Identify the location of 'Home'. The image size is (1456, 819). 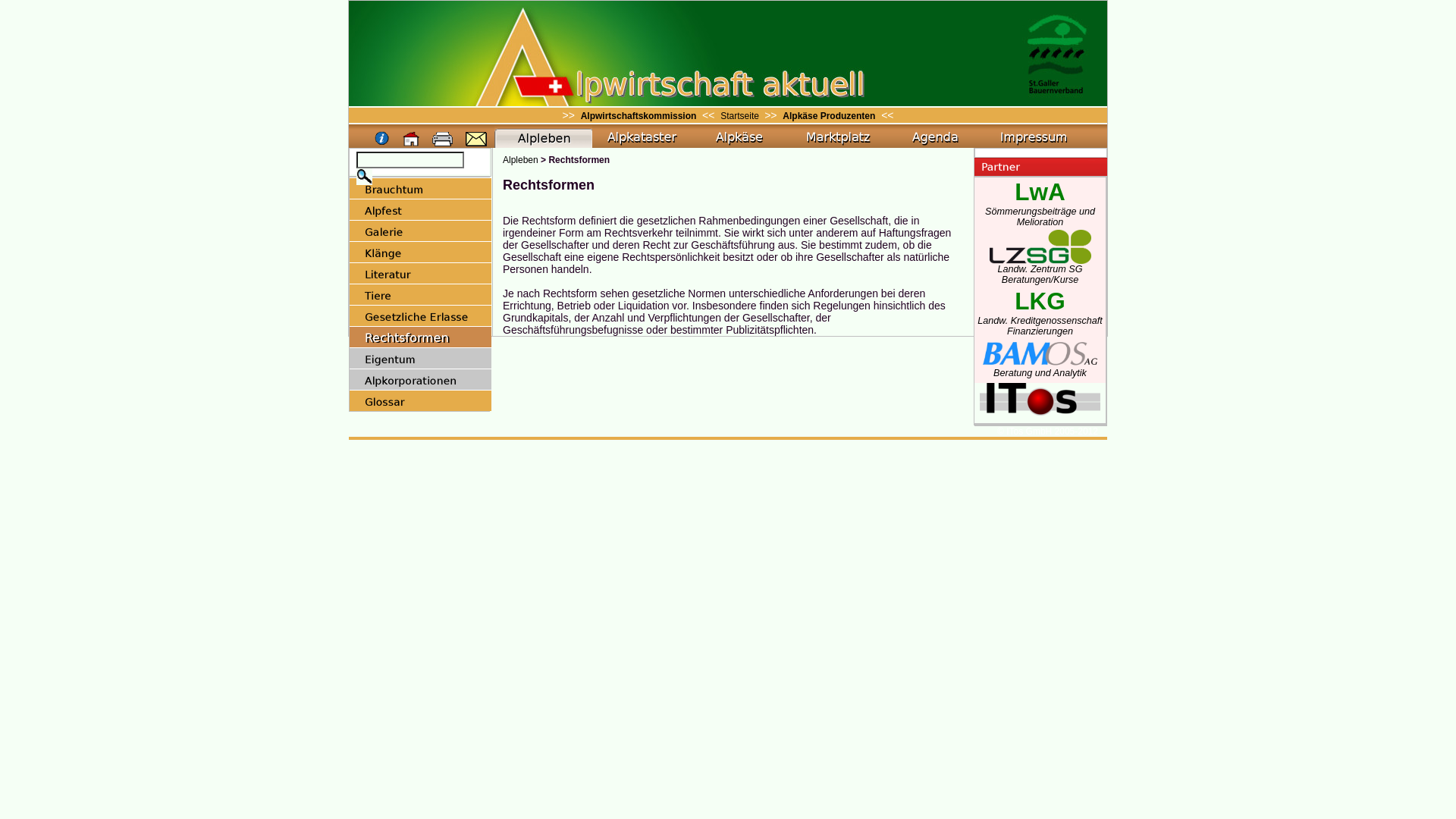
(411, 140).